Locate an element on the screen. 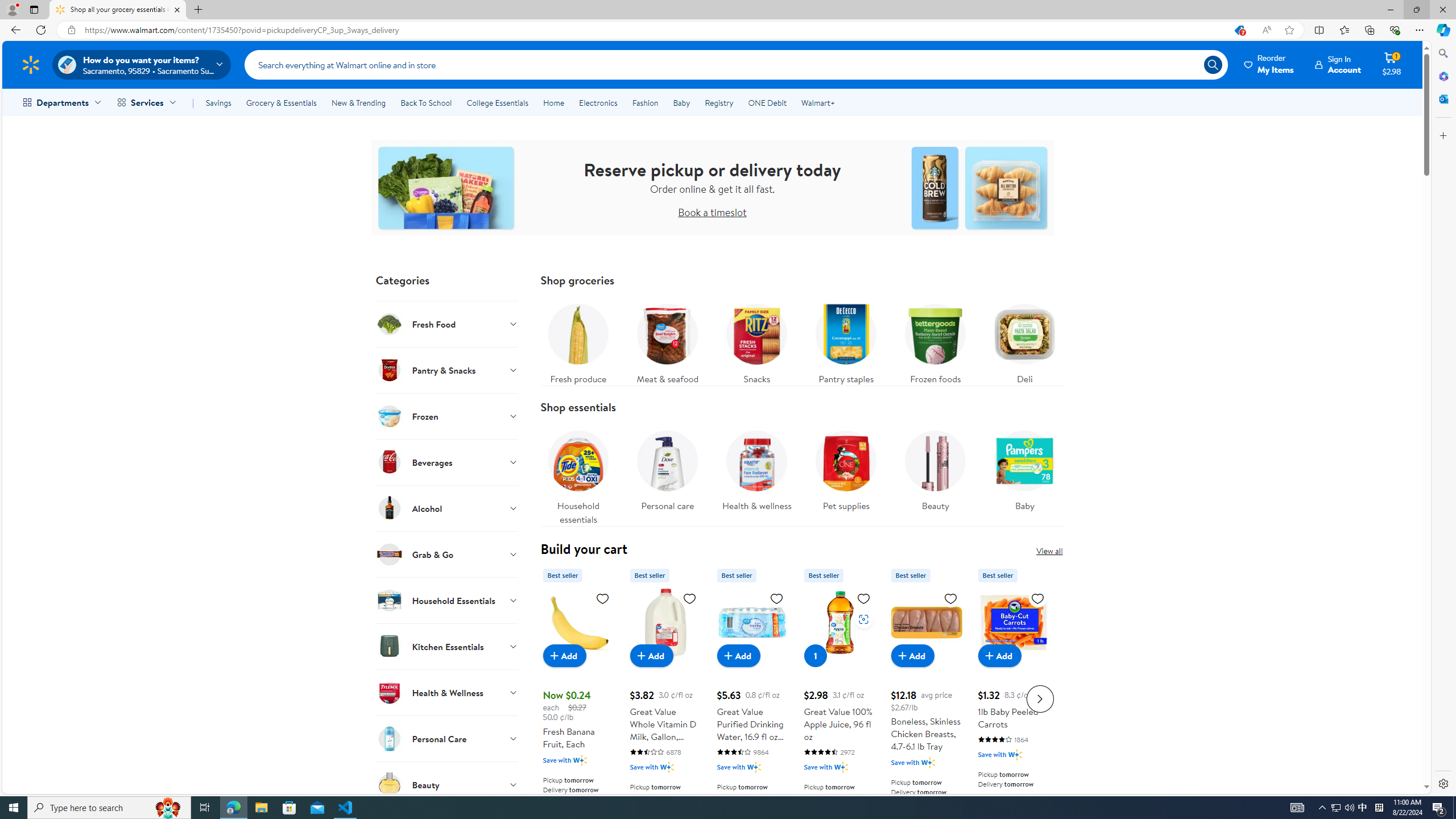 The image size is (1456, 819). 'Cart contains 1 item Total Amount $2.98' is located at coordinates (1391, 64).